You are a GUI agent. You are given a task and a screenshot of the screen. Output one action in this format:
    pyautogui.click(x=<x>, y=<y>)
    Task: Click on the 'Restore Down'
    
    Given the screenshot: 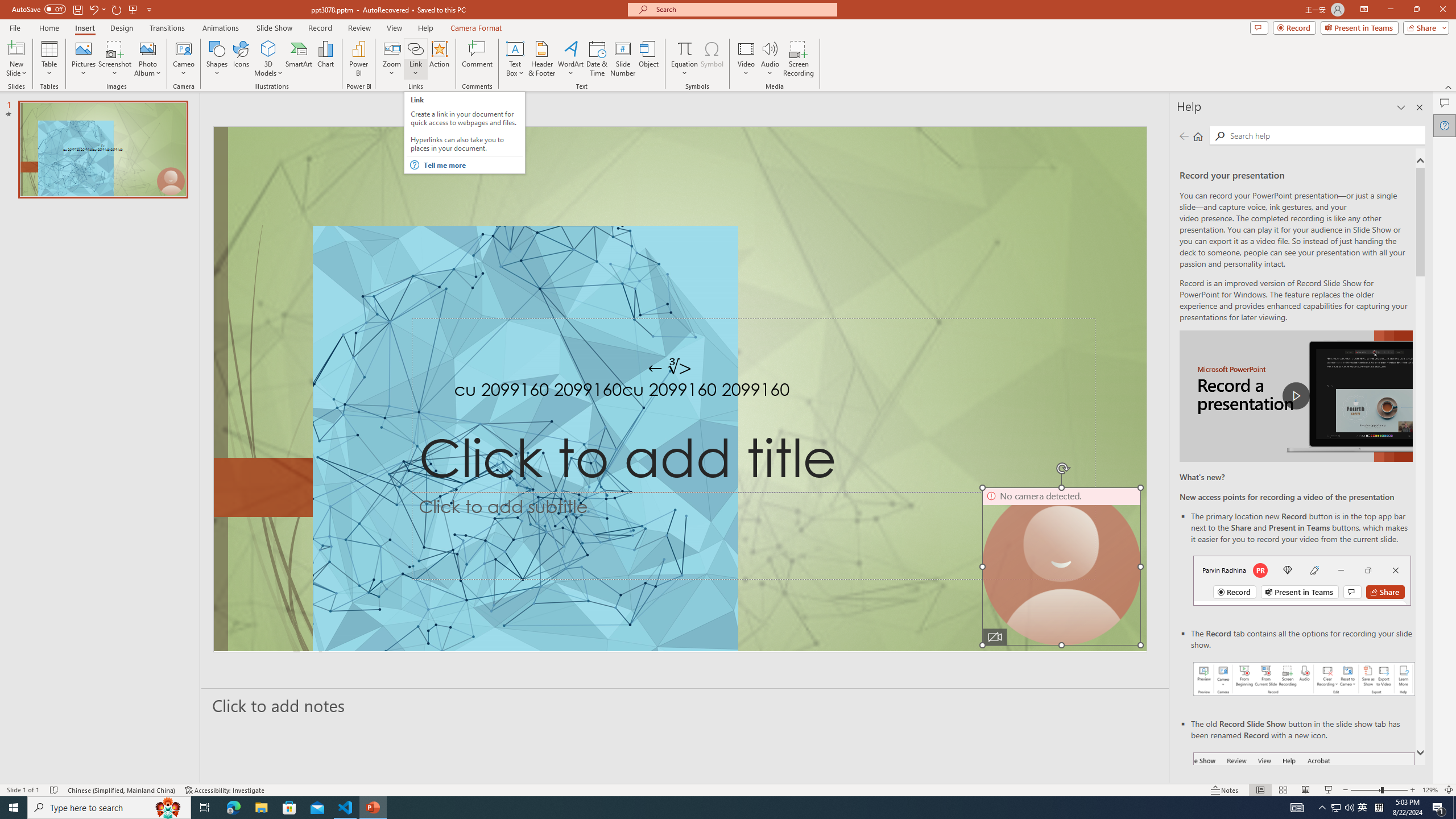 What is the action you would take?
    pyautogui.click(x=1416, y=9)
    